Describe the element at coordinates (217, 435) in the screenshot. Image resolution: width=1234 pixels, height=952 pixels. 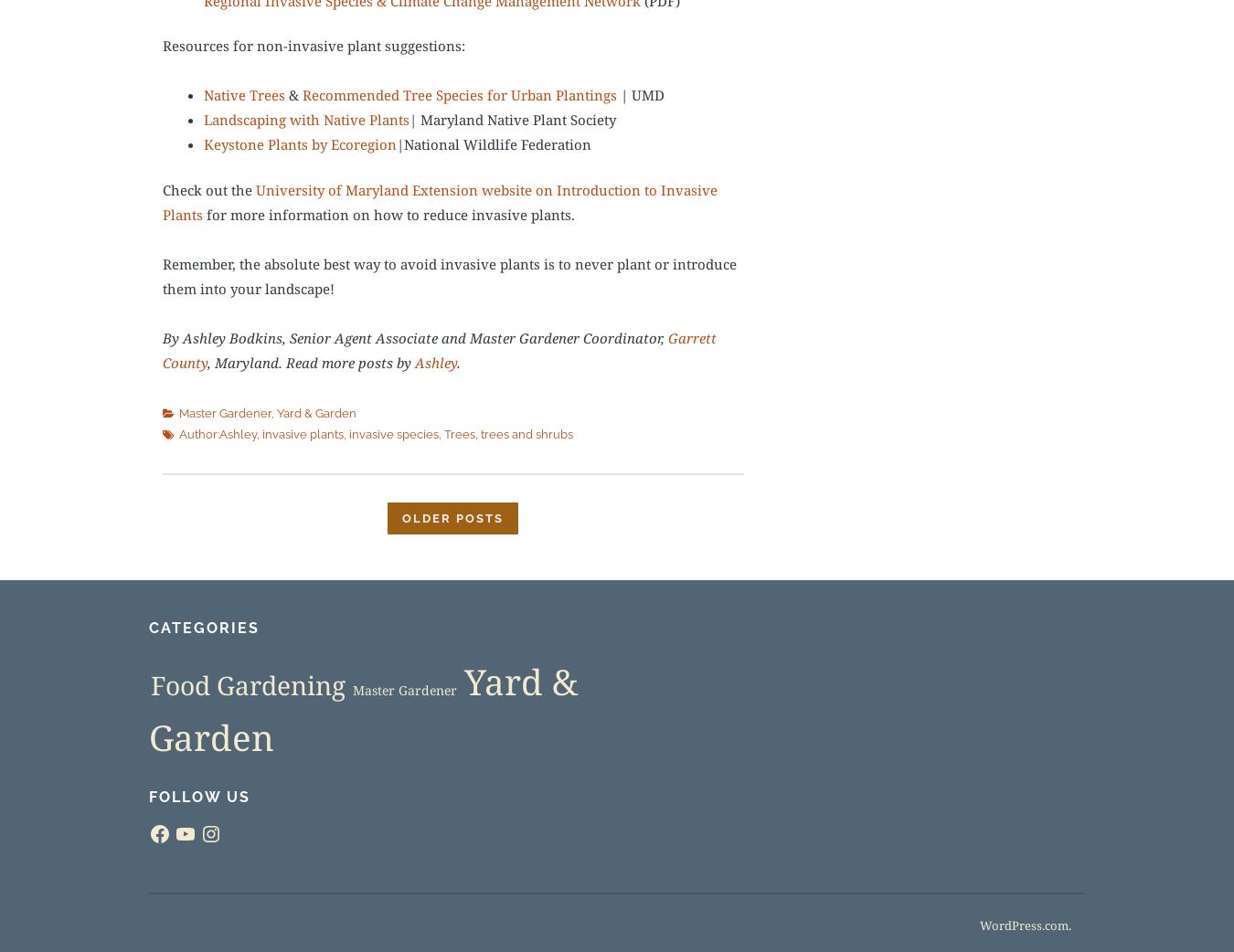
I see `'Author:Ashley'` at that location.